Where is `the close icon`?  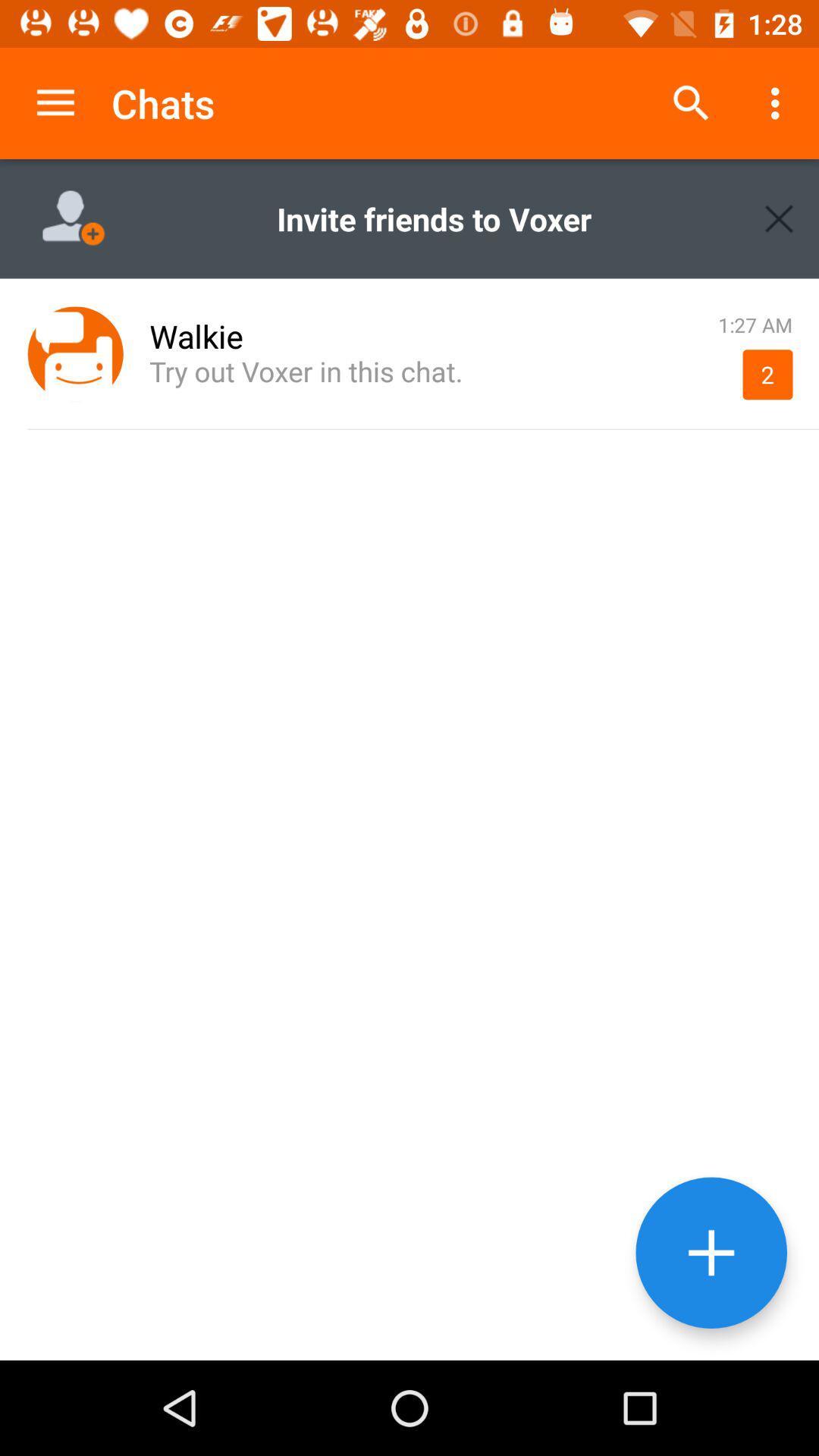
the close icon is located at coordinates (779, 218).